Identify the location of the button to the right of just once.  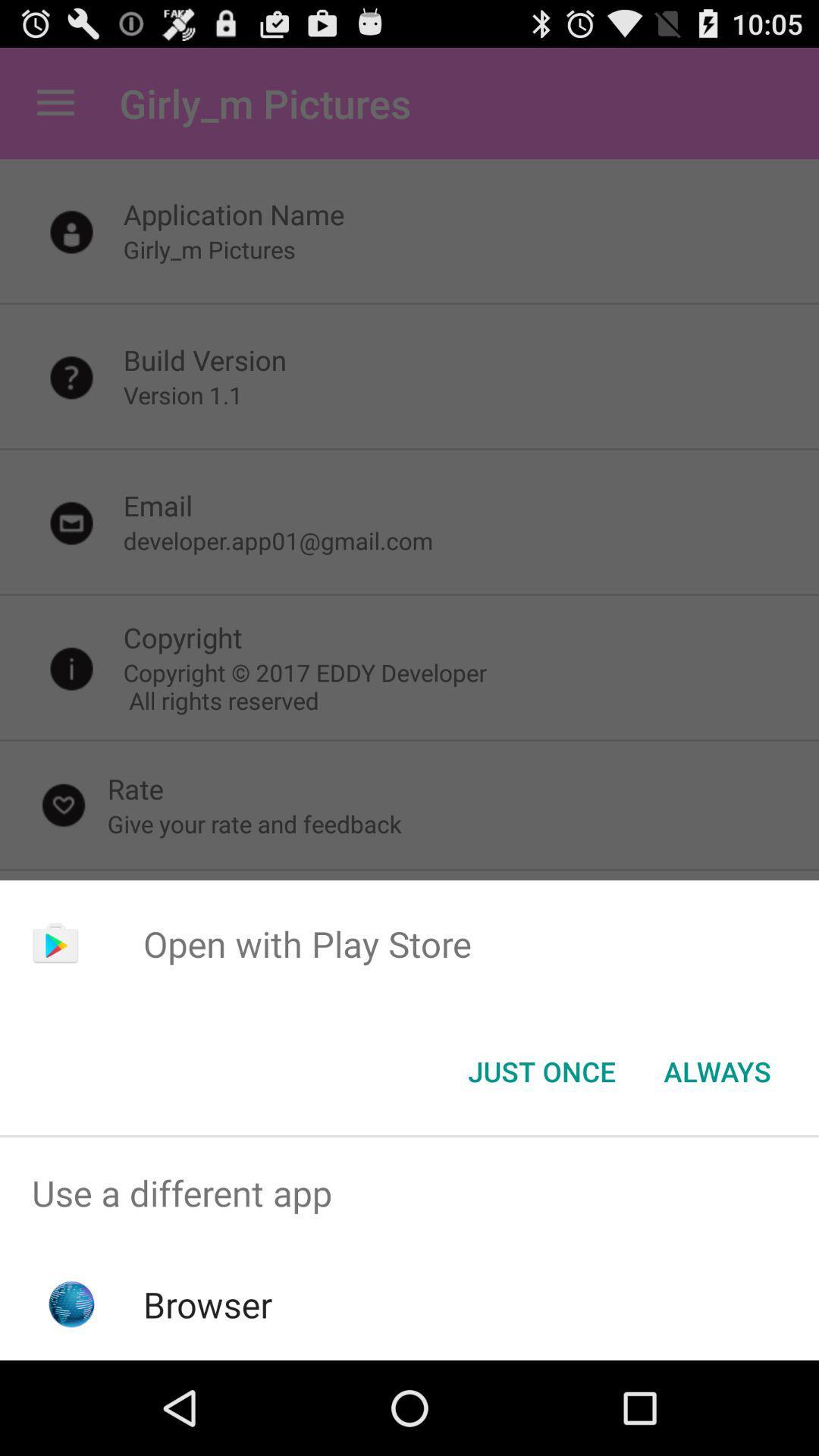
(717, 1070).